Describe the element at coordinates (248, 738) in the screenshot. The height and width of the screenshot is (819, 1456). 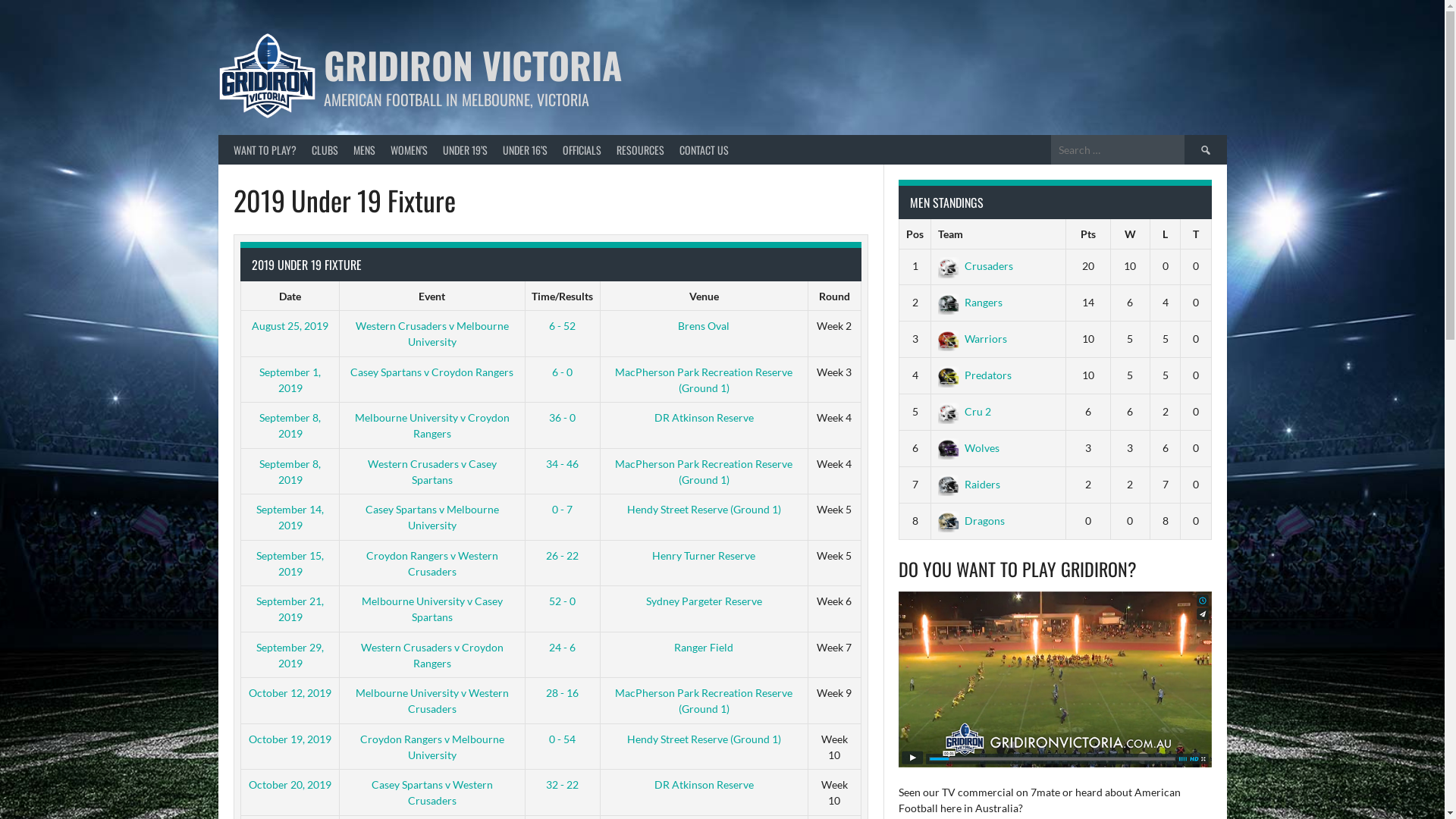
I see `'October 19, 2019'` at that location.